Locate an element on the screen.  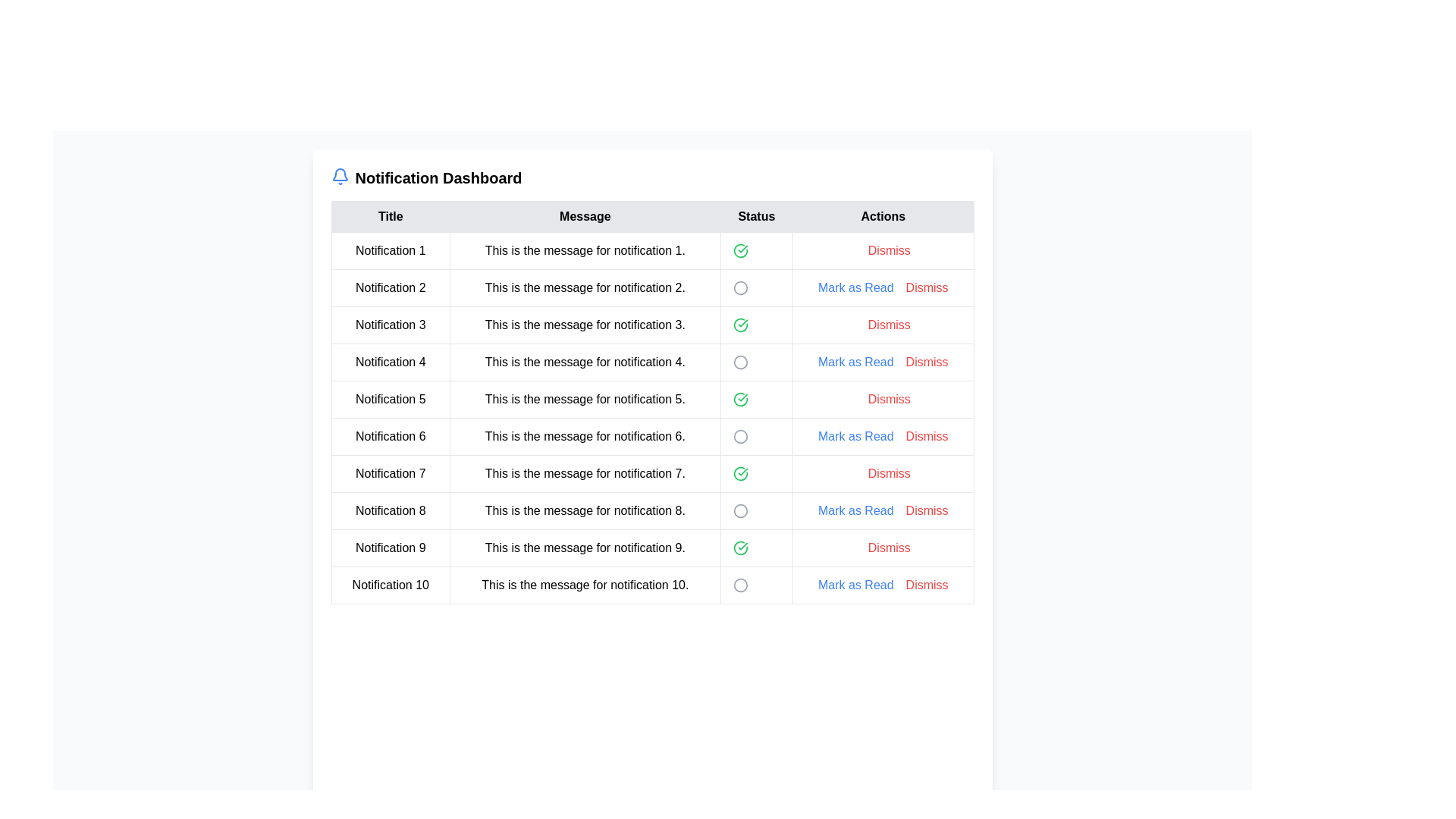
the notification entry in the 7th row of the notifications table, which displays details including the title and message of 'Notification 7' is located at coordinates (652, 472).